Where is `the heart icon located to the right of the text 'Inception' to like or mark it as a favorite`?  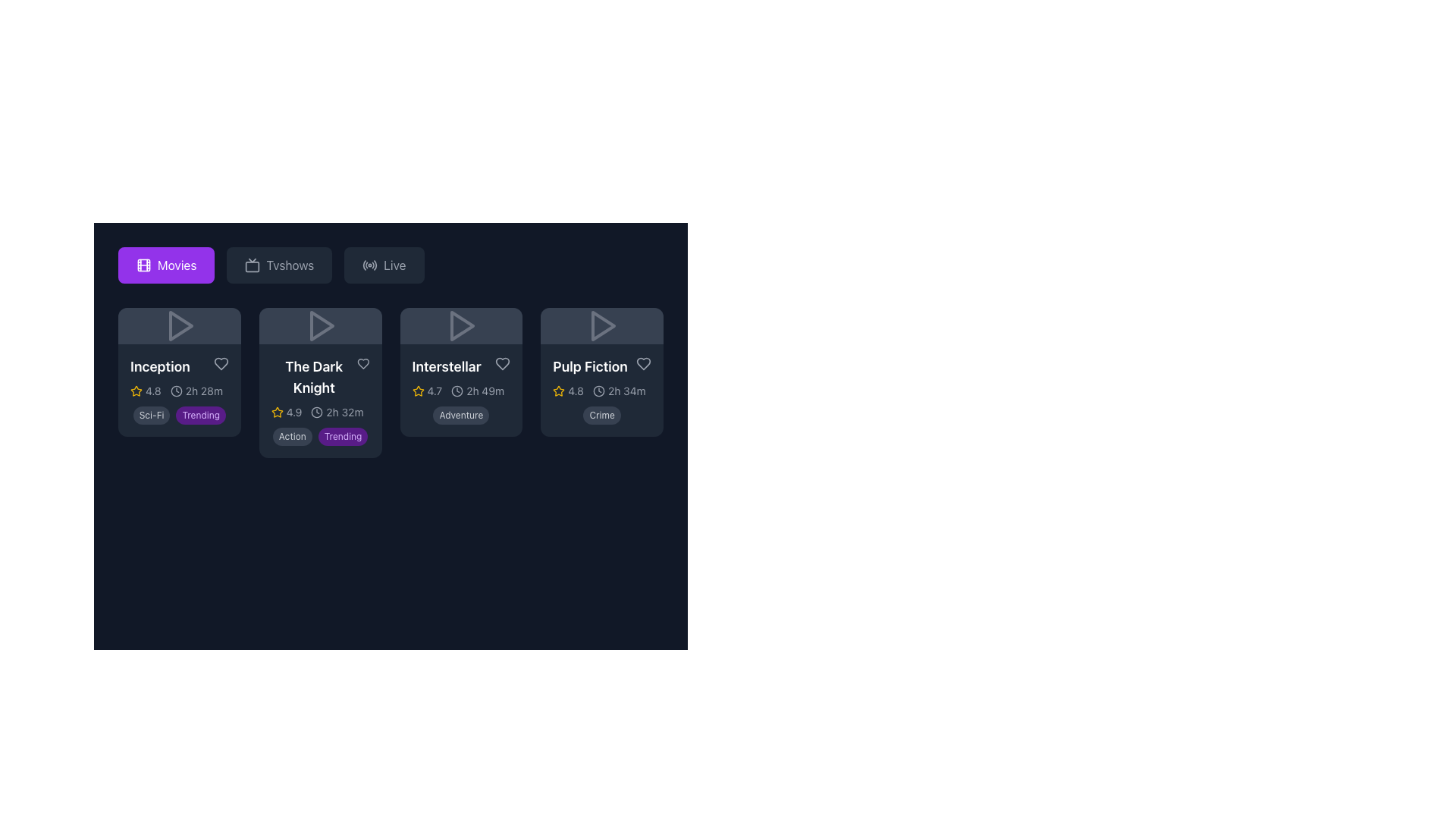 the heart icon located to the right of the text 'Inception' to like or mark it as a favorite is located at coordinates (220, 363).